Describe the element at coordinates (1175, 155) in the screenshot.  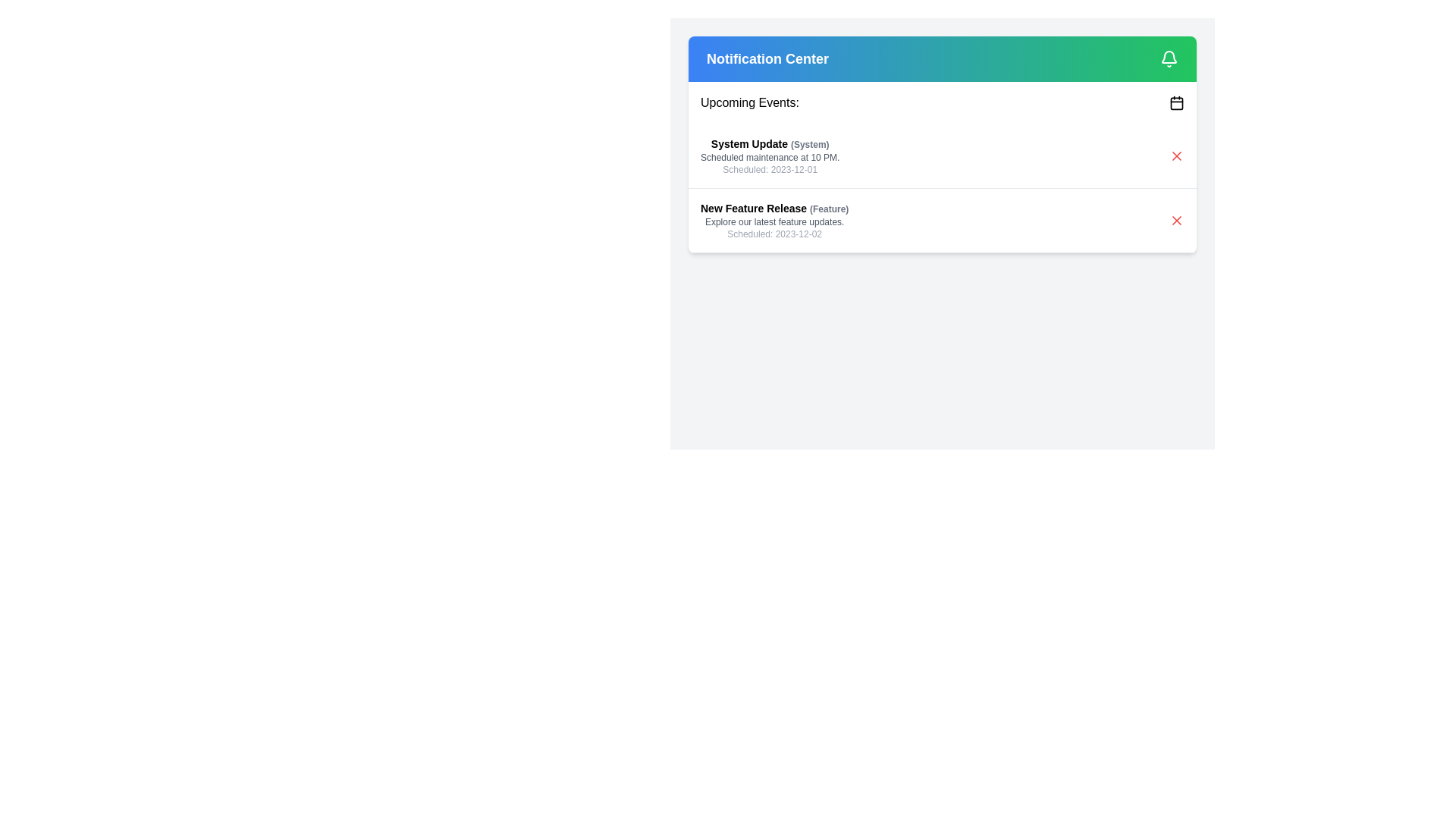
I see `the dismiss button located in the upper-right corner of the 'System Update (System)' notification box` at that location.